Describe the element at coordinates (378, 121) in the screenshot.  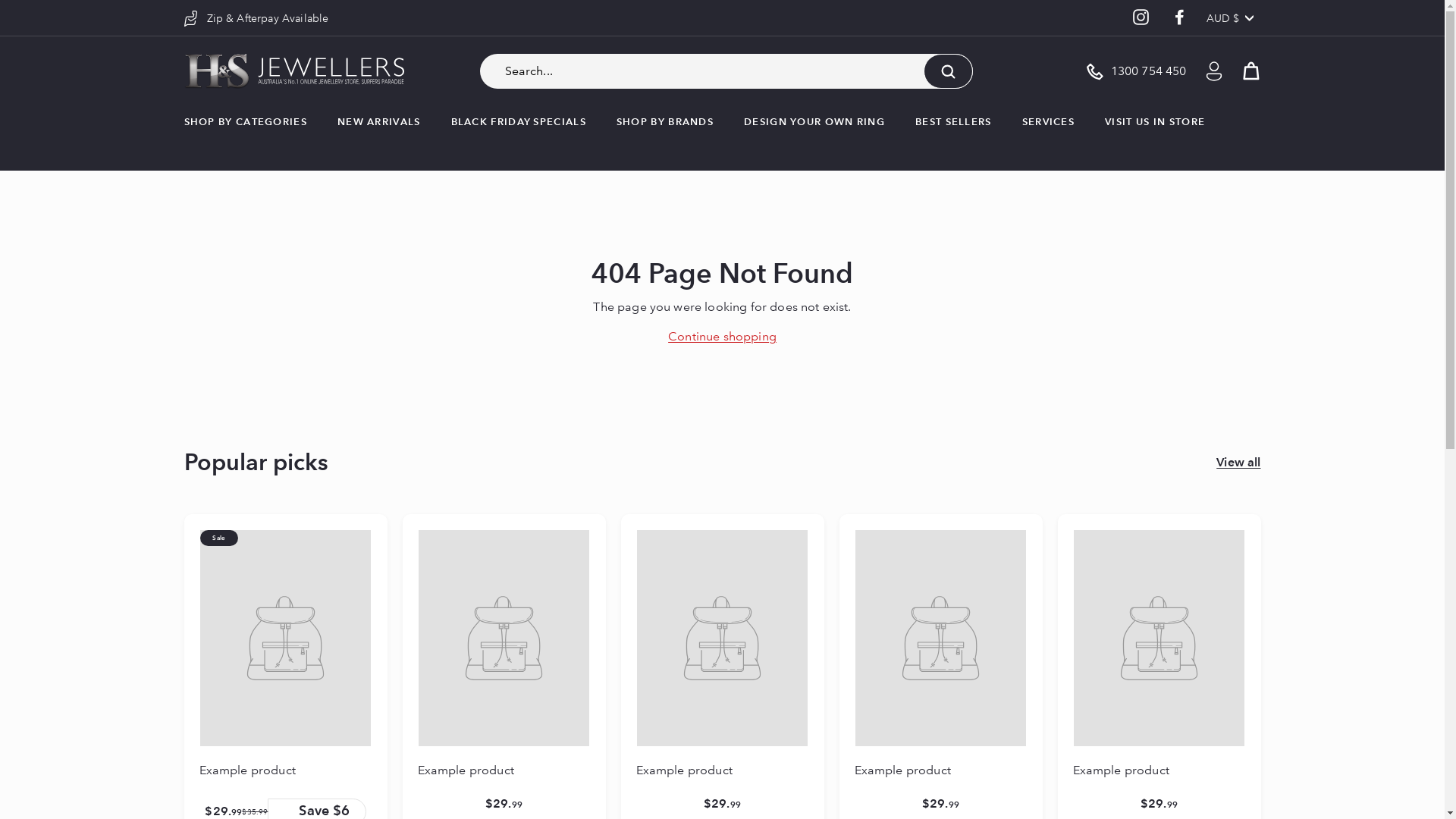
I see `'NEW ARRIVALS'` at that location.